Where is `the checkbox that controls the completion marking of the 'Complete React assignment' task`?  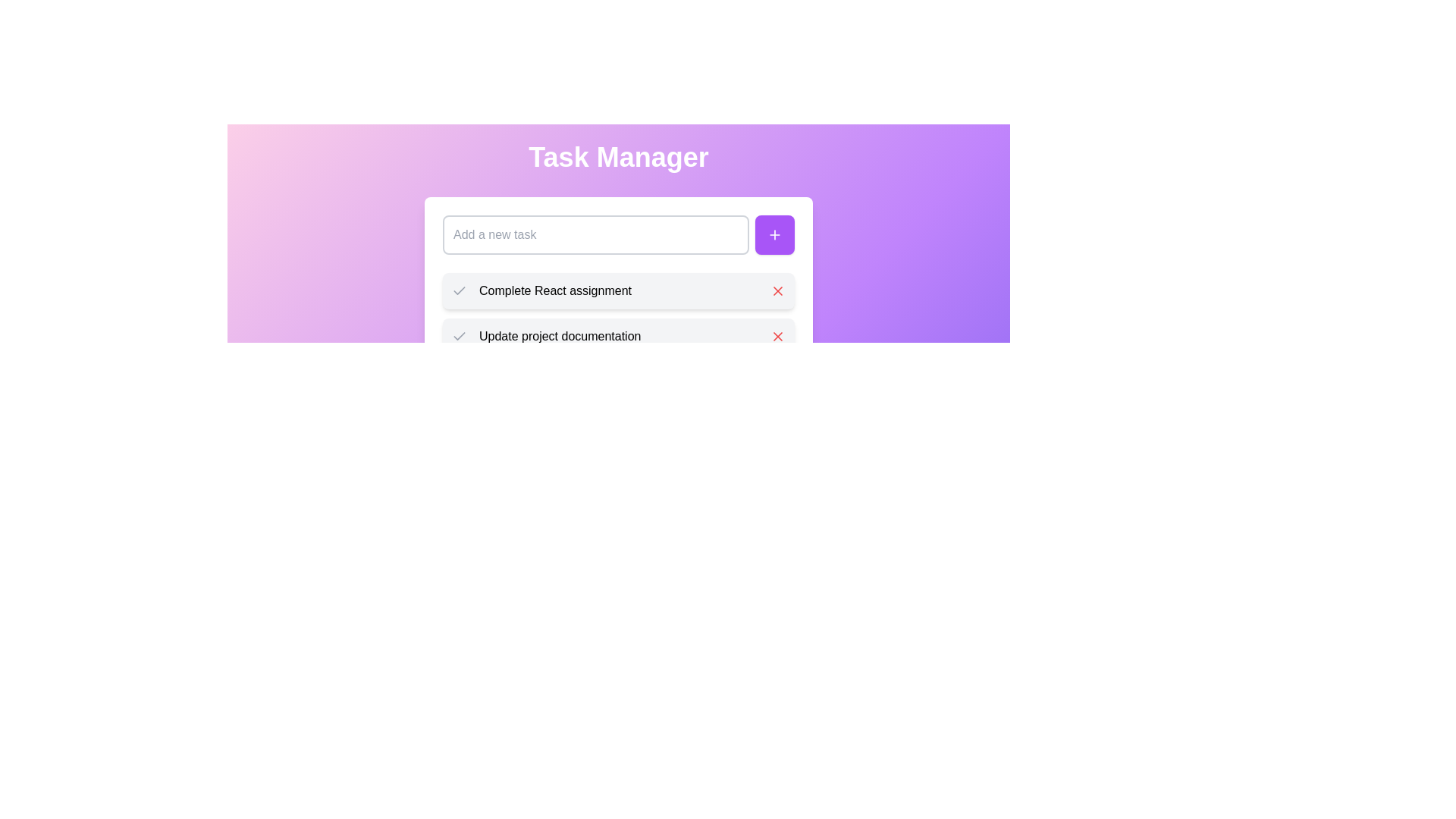 the checkbox that controls the completion marking of the 'Complete React assignment' task is located at coordinates (458, 291).